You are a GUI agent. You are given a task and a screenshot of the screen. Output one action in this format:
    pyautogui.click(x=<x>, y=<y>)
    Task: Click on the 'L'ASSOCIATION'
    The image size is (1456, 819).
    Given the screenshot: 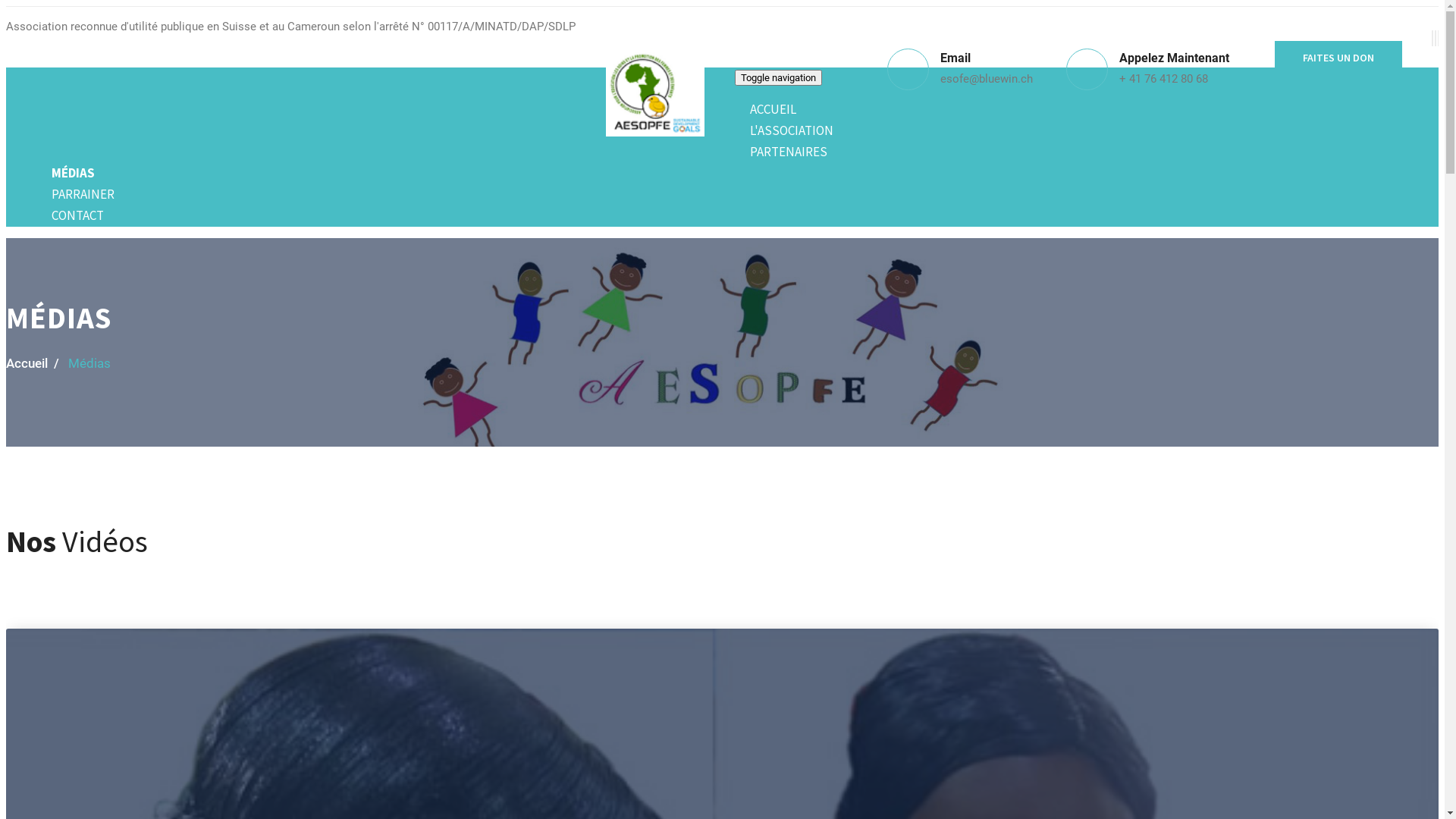 What is the action you would take?
    pyautogui.click(x=790, y=130)
    